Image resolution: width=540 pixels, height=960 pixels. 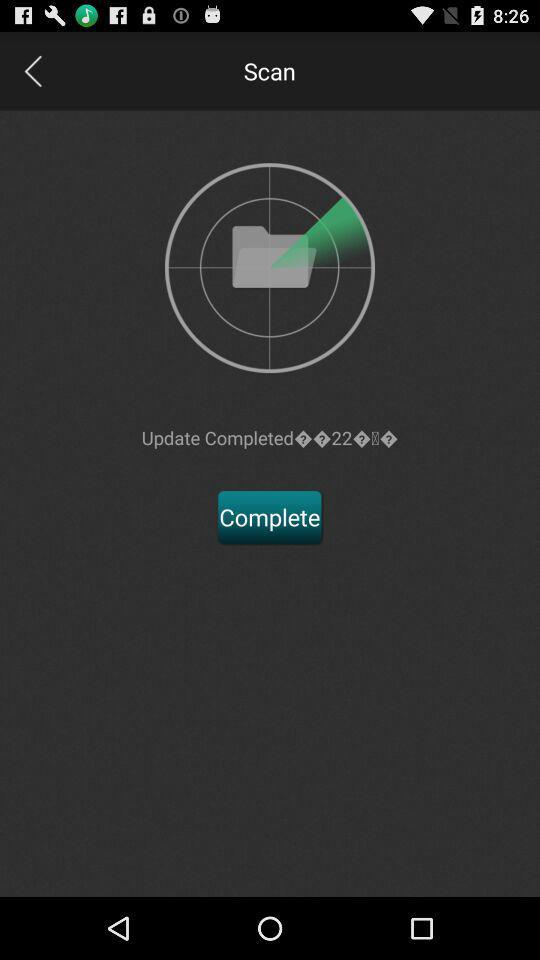 I want to click on the arrow_backward icon, so click(x=31, y=75).